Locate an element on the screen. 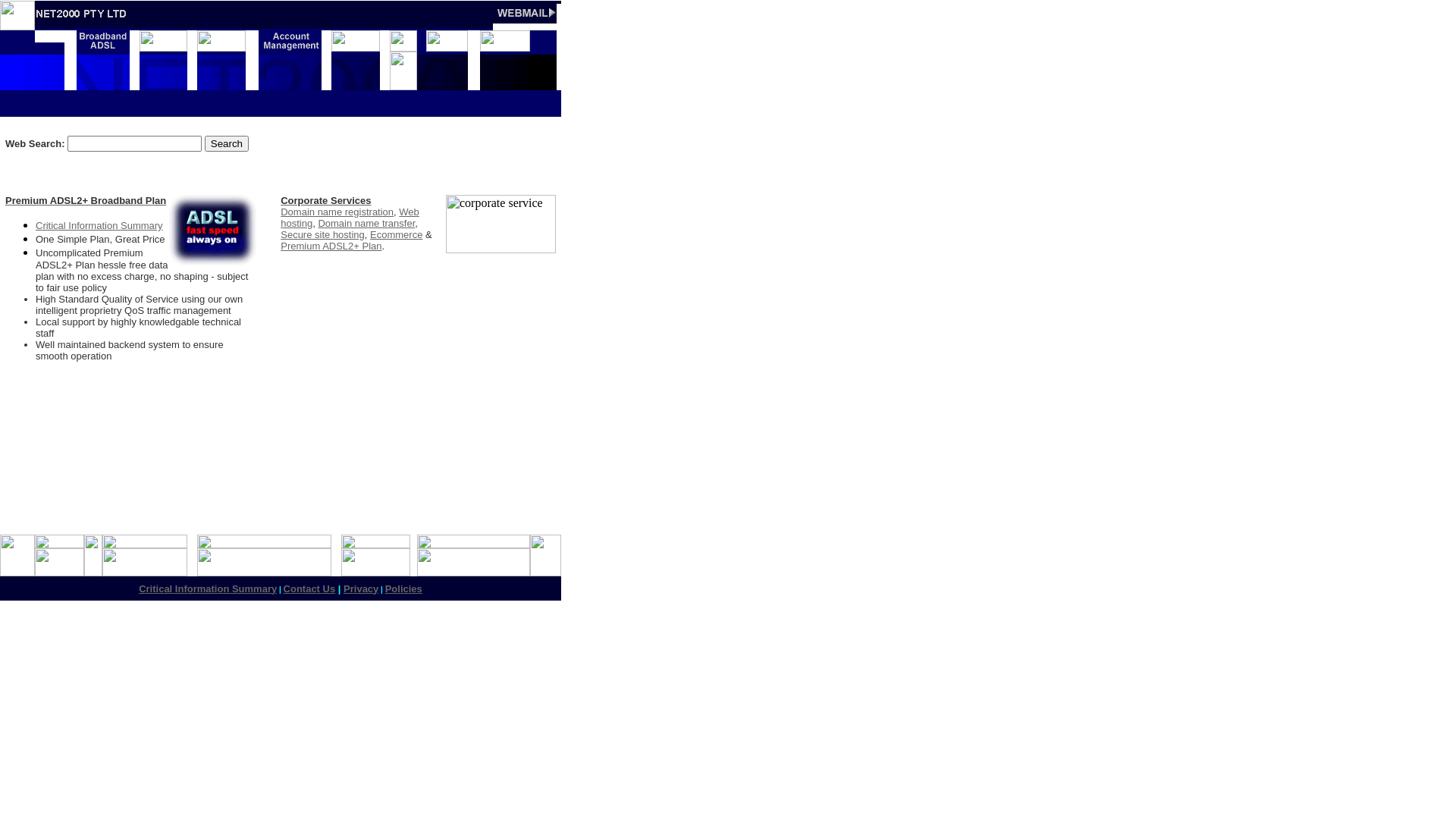 The image size is (1456, 819). 'Privacy' is located at coordinates (359, 587).